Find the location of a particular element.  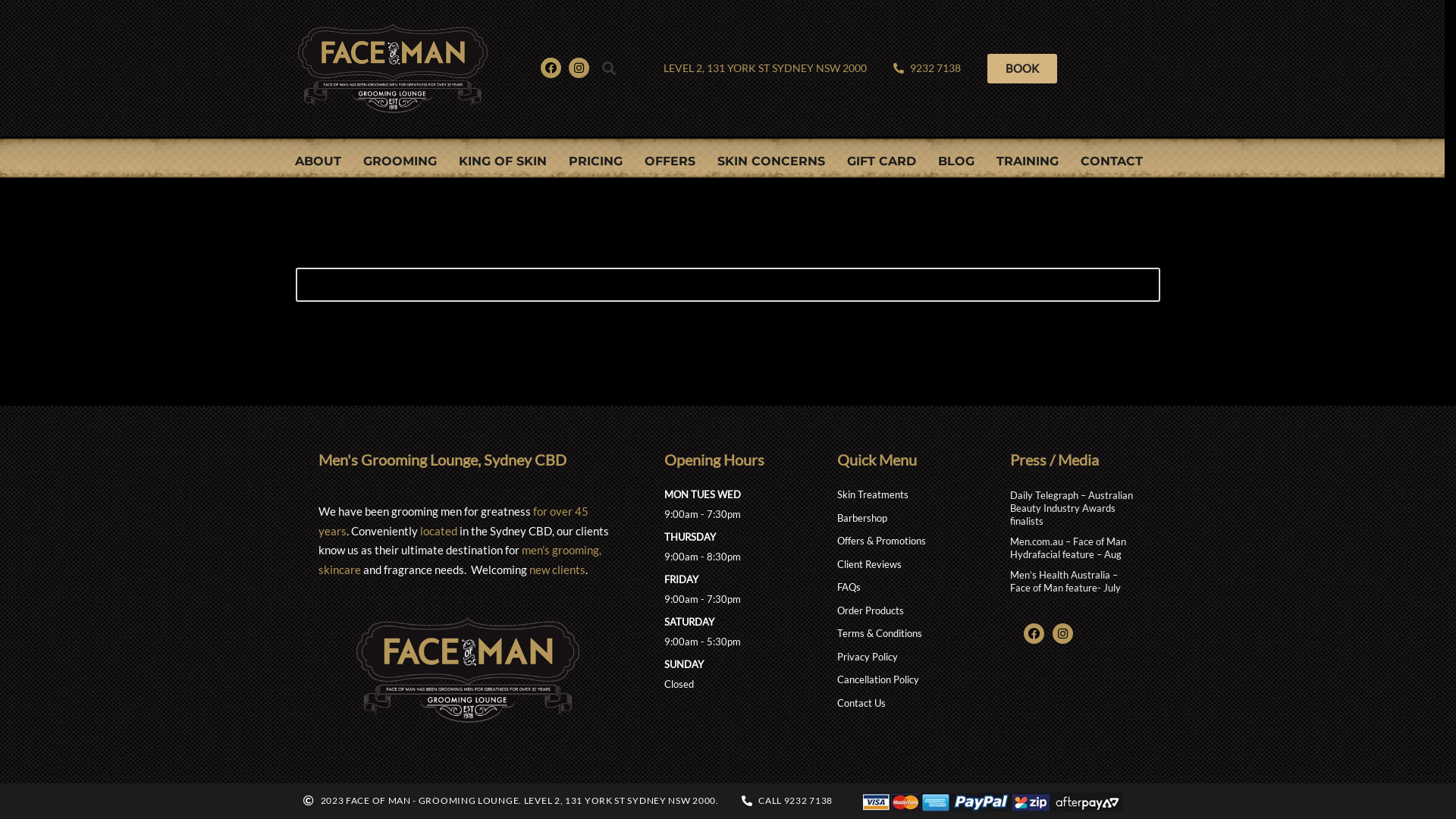

'Skip to content' is located at coordinates (11, 32).